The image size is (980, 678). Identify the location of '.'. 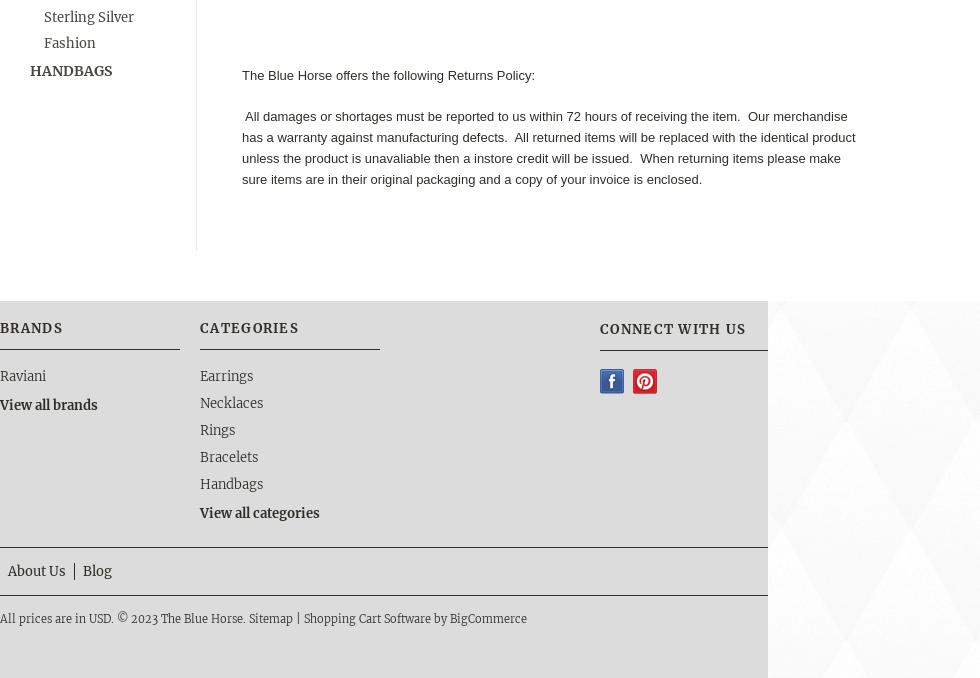
(112, 616).